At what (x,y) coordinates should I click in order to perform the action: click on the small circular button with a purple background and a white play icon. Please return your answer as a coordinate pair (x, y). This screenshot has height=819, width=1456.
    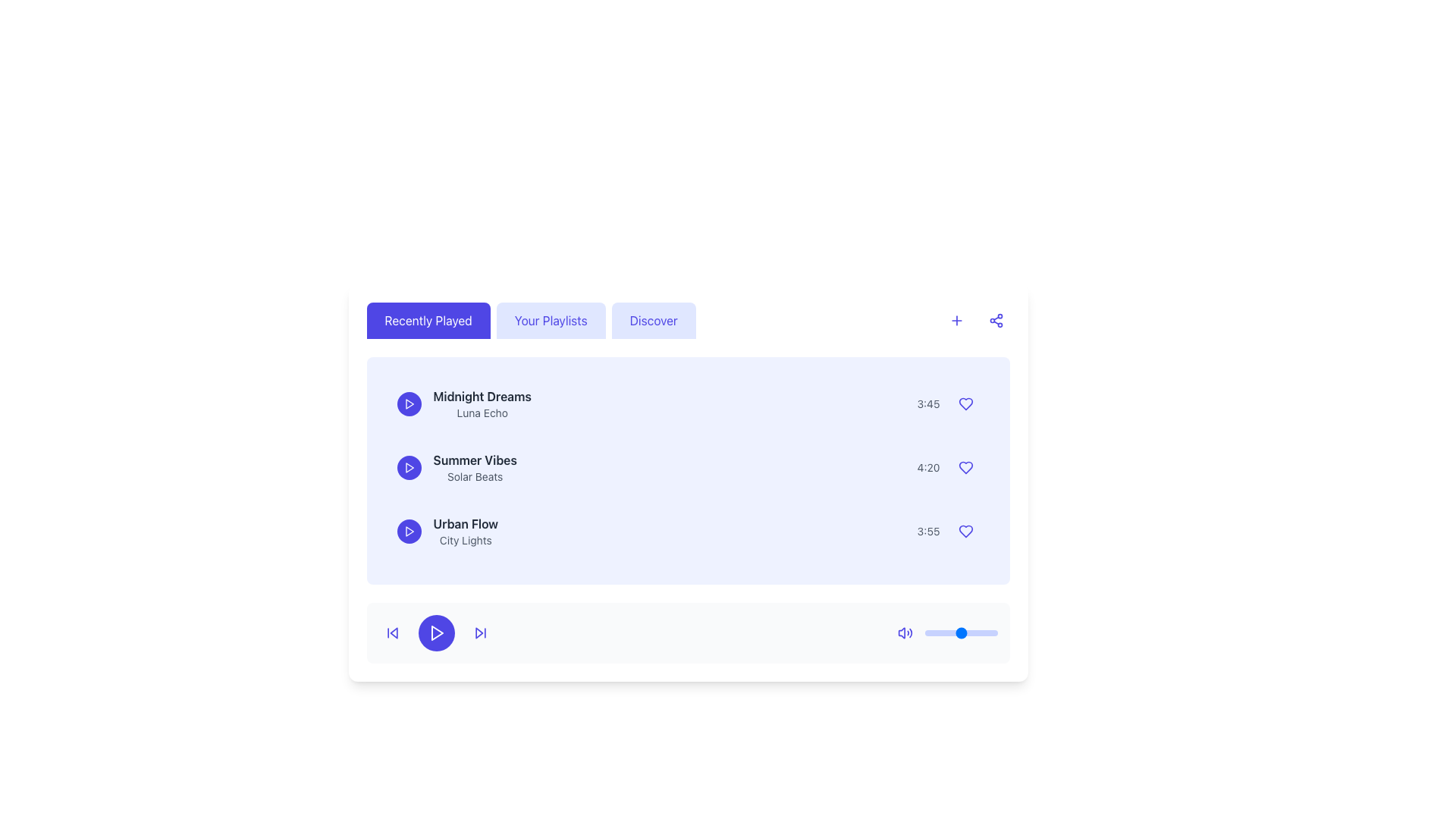
    Looking at the image, I should click on (409, 531).